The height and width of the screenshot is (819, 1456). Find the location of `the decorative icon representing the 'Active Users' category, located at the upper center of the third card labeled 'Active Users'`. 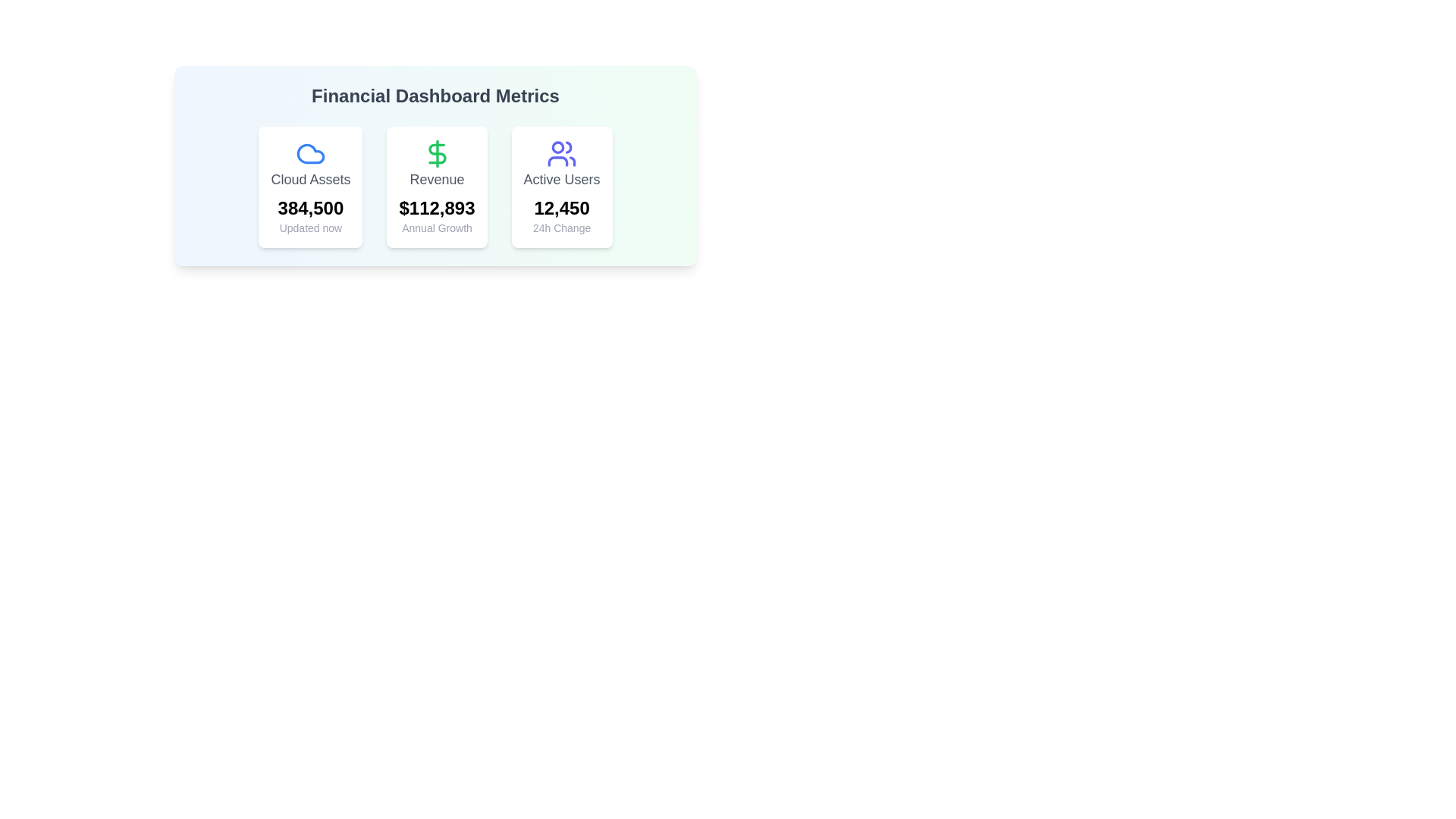

the decorative icon representing the 'Active Users' category, located at the upper center of the third card labeled 'Active Users' is located at coordinates (561, 154).